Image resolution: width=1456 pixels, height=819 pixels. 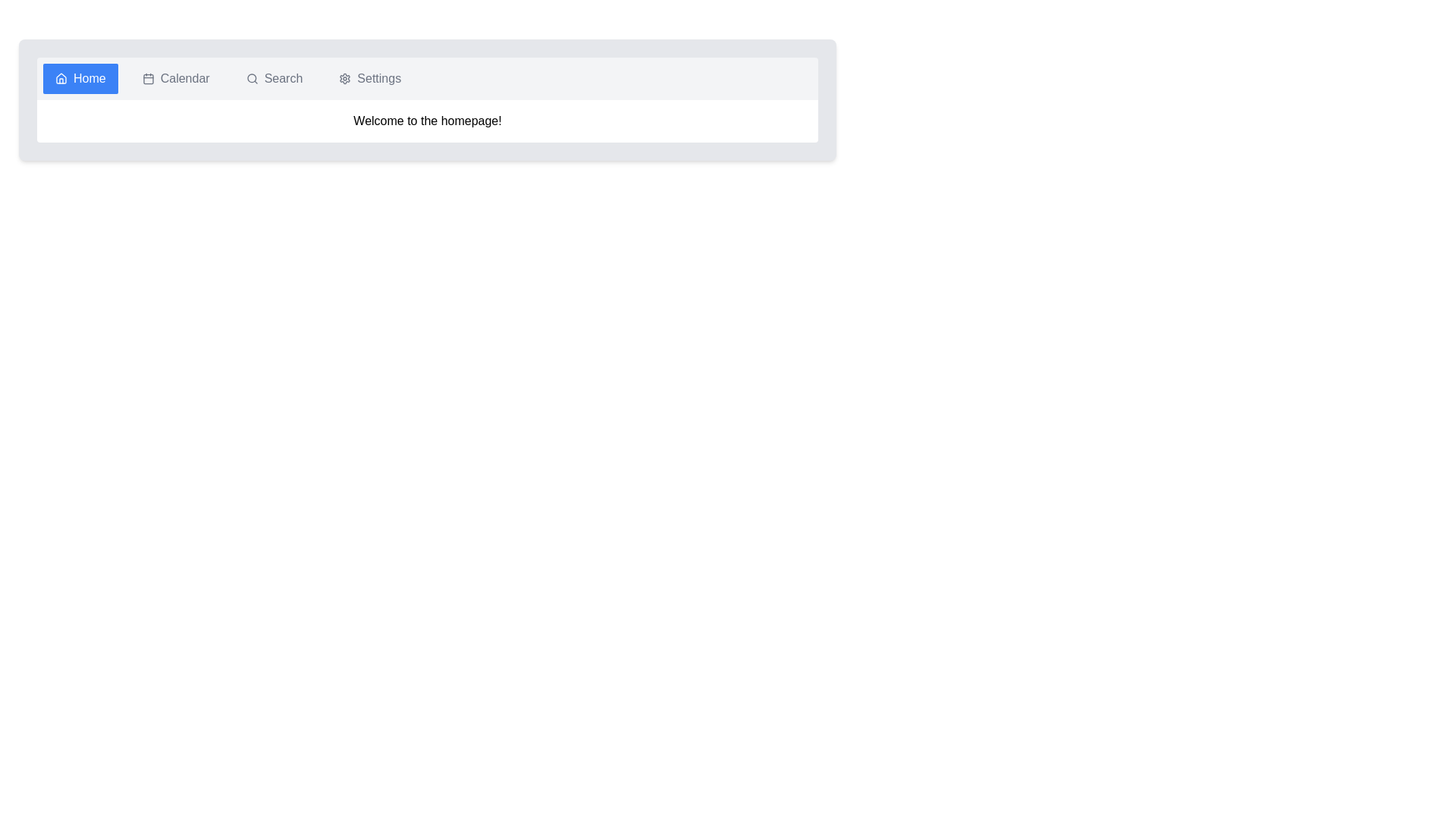 I want to click on the second button in the horizontal navigation menu located in the top toolbar, so click(x=176, y=79).